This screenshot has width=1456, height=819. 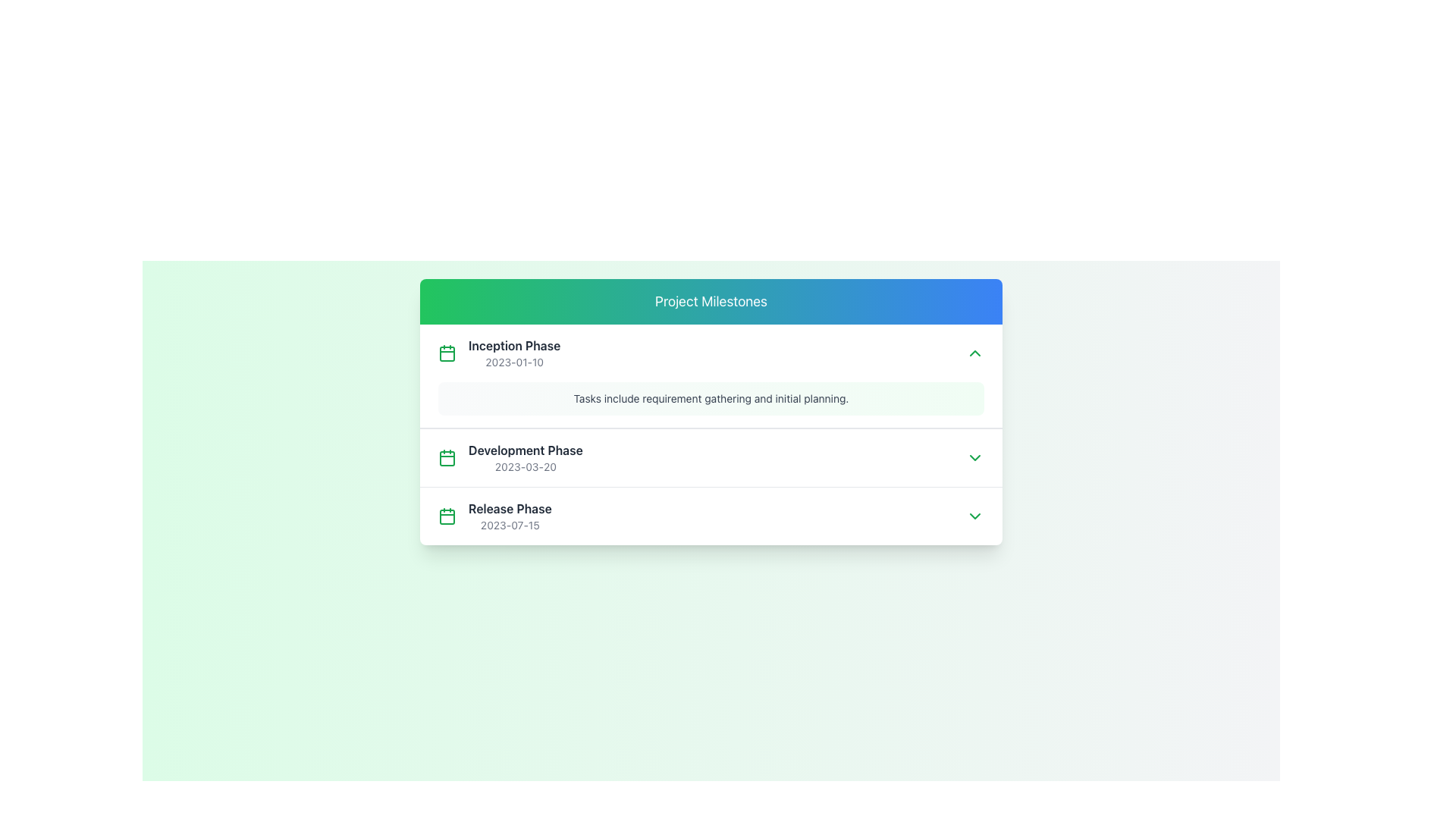 What do you see at coordinates (510, 516) in the screenshot?
I see `the 'Release Phase' text label element located in the bottom section of the milestones card to possibly expand or select the milestone` at bounding box center [510, 516].